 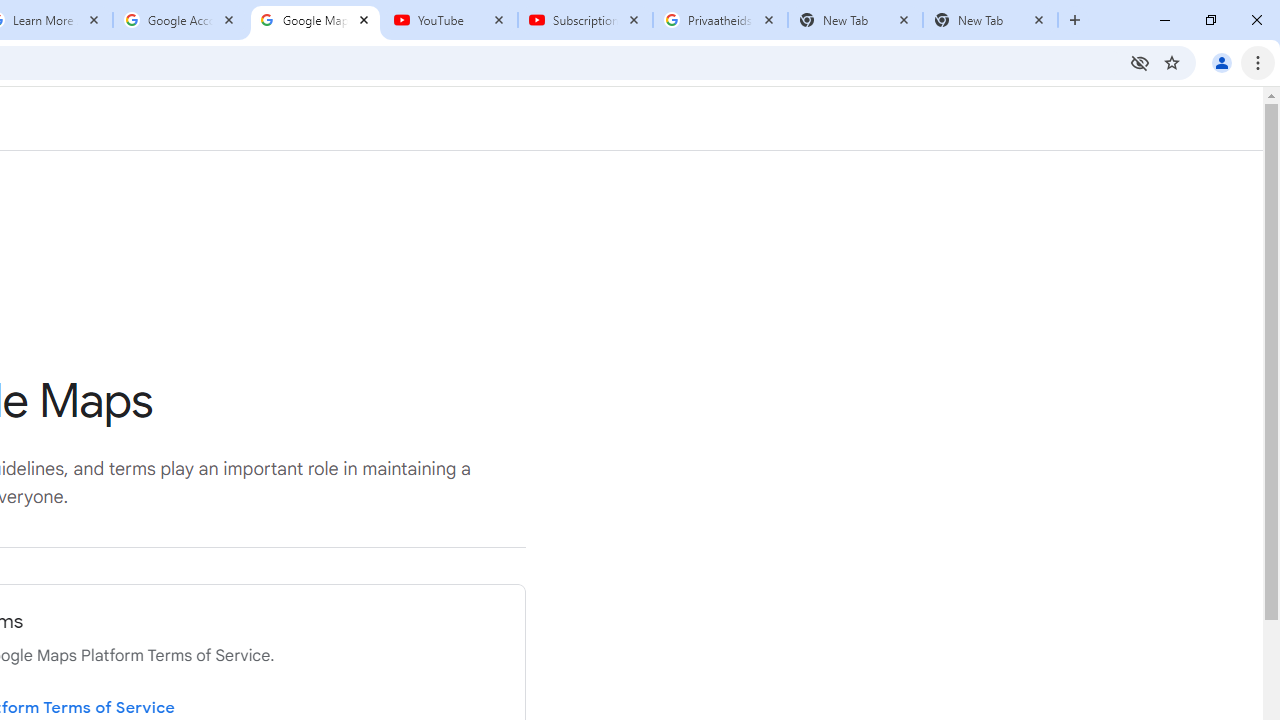 What do you see at coordinates (180, 20) in the screenshot?
I see `'Google Account'` at bounding box center [180, 20].